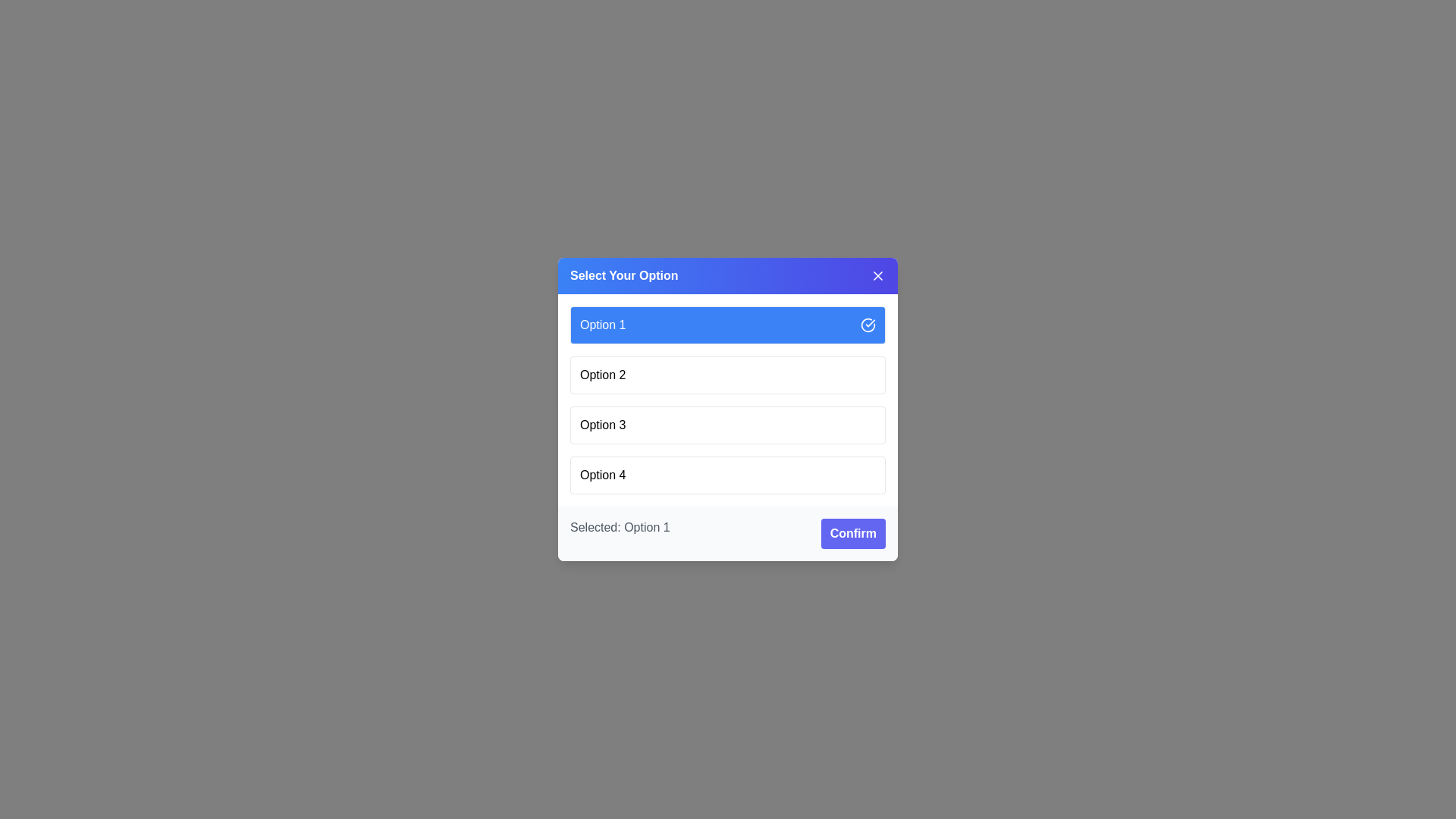 Image resolution: width=1456 pixels, height=819 pixels. I want to click on the third selectable option button in the menu, so click(728, 409).